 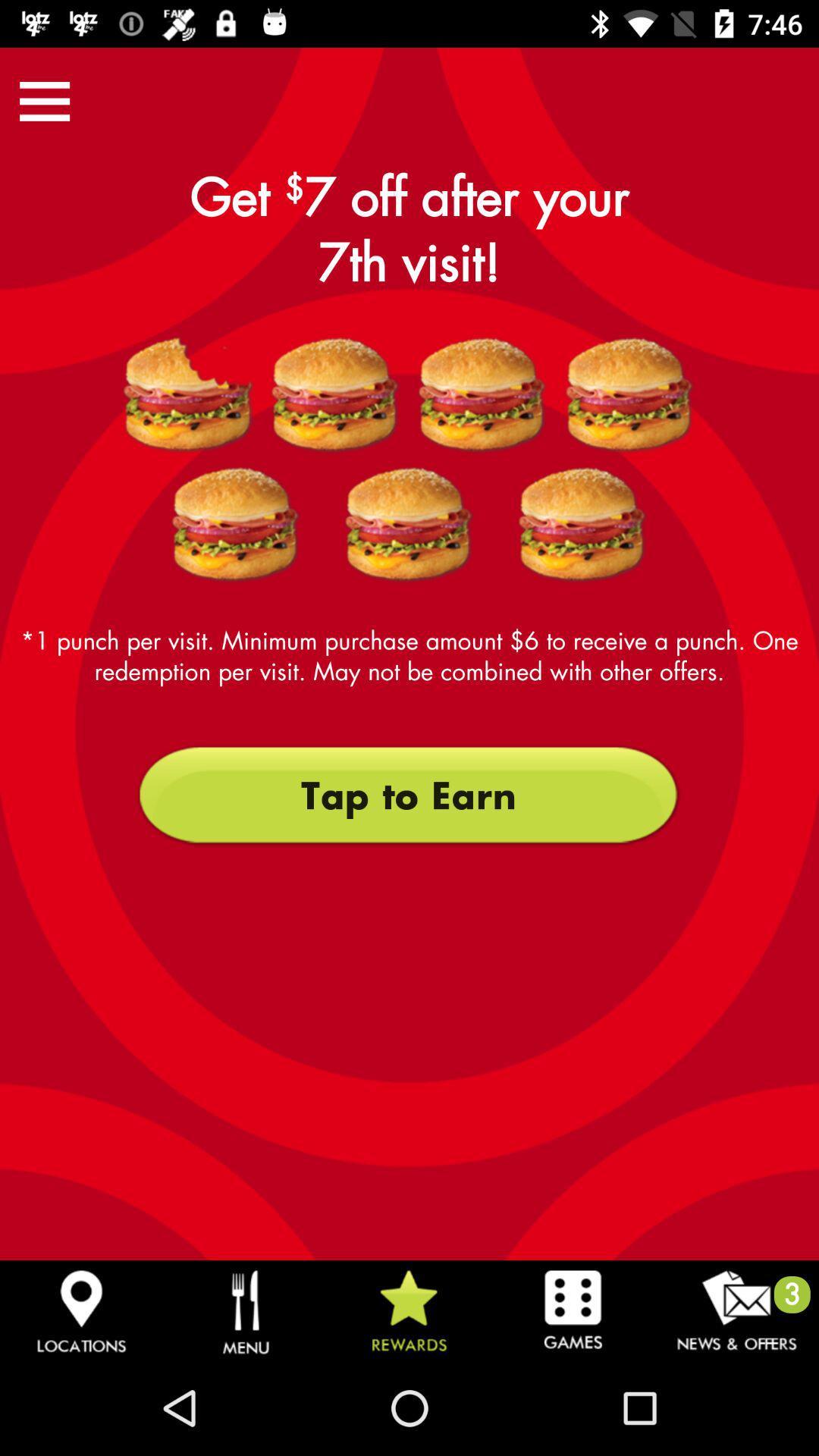 I want to click on the menu icon, so click(x=44, y=100).